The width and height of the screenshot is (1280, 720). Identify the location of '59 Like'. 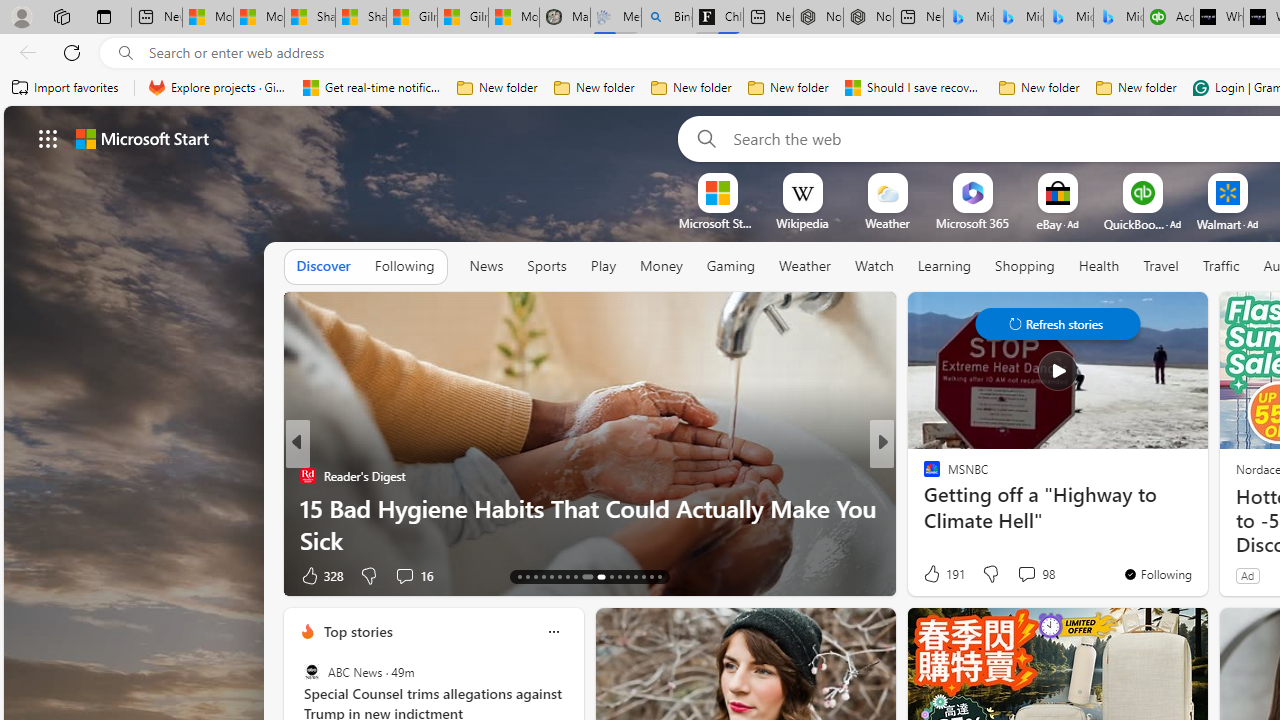
(933, 575).